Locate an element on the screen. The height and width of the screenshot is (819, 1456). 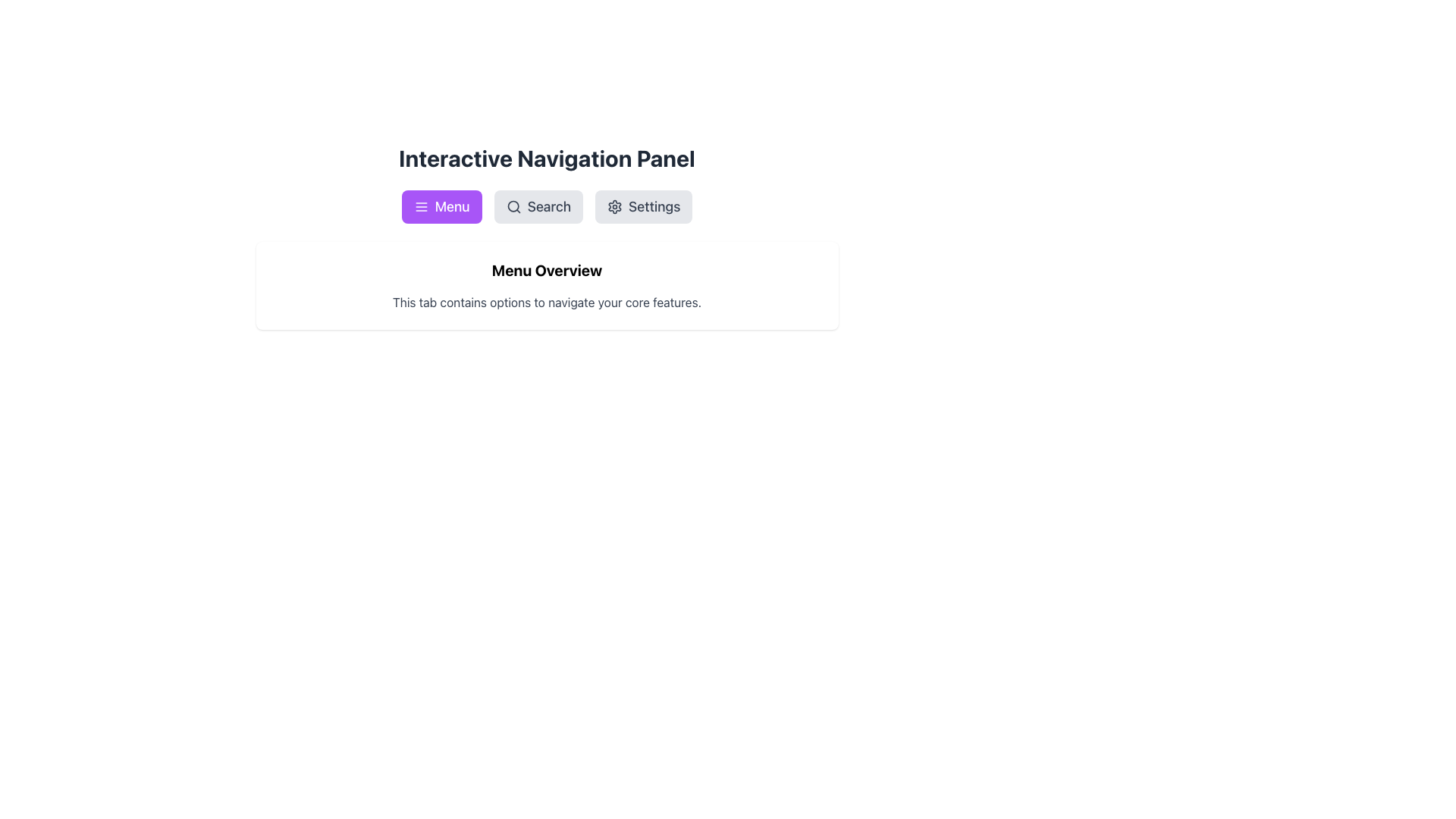
the gear-like settings icon on the light gray button labeled 'Settings' in the top navigation bar is located at coordinates (615, 207).